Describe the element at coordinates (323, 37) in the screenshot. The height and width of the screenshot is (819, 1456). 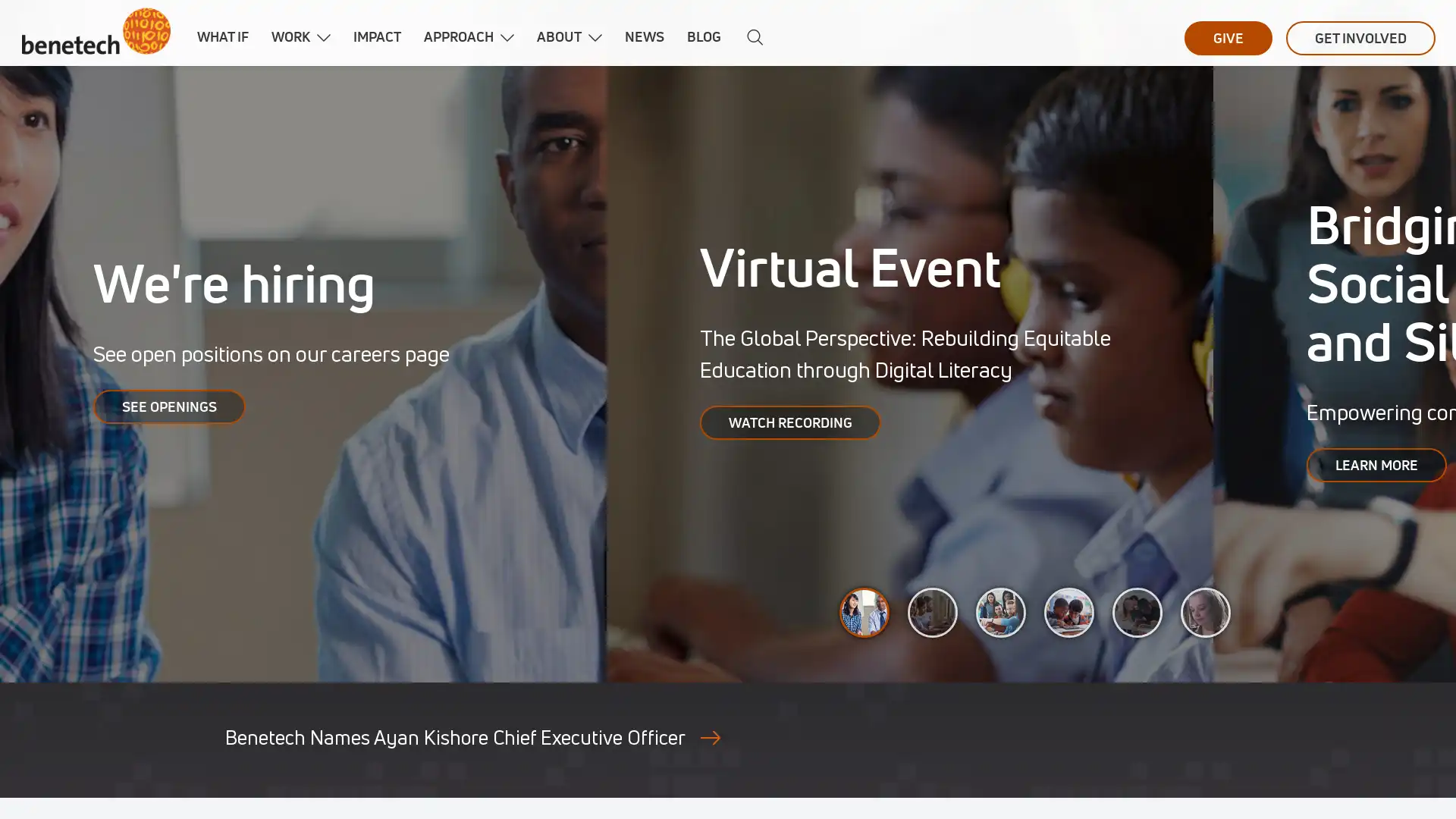
I see `Show dropdown menu for Work` at that location.